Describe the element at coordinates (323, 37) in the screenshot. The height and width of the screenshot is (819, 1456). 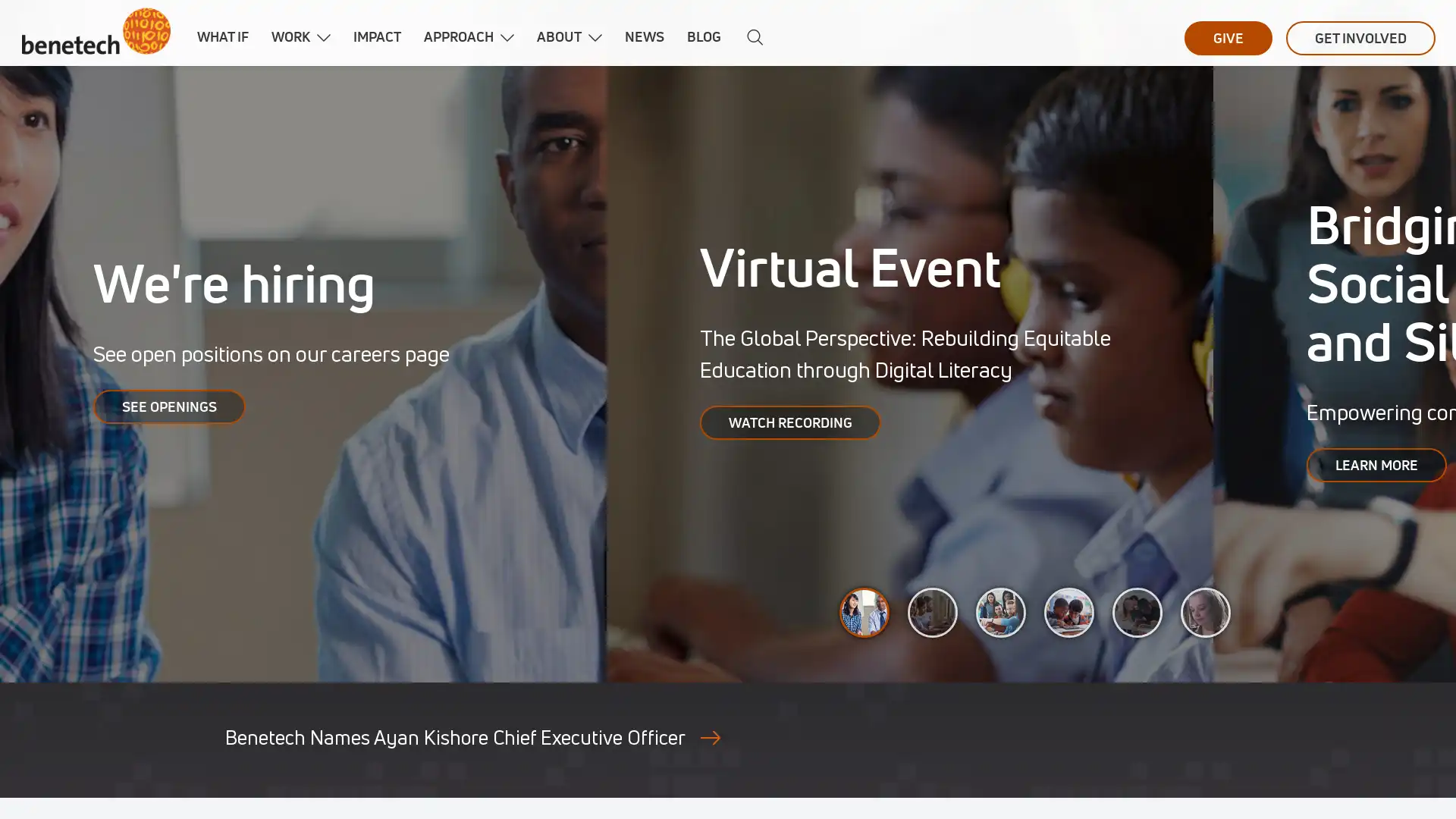
I see `Show dropdown menu for Work` at that location.